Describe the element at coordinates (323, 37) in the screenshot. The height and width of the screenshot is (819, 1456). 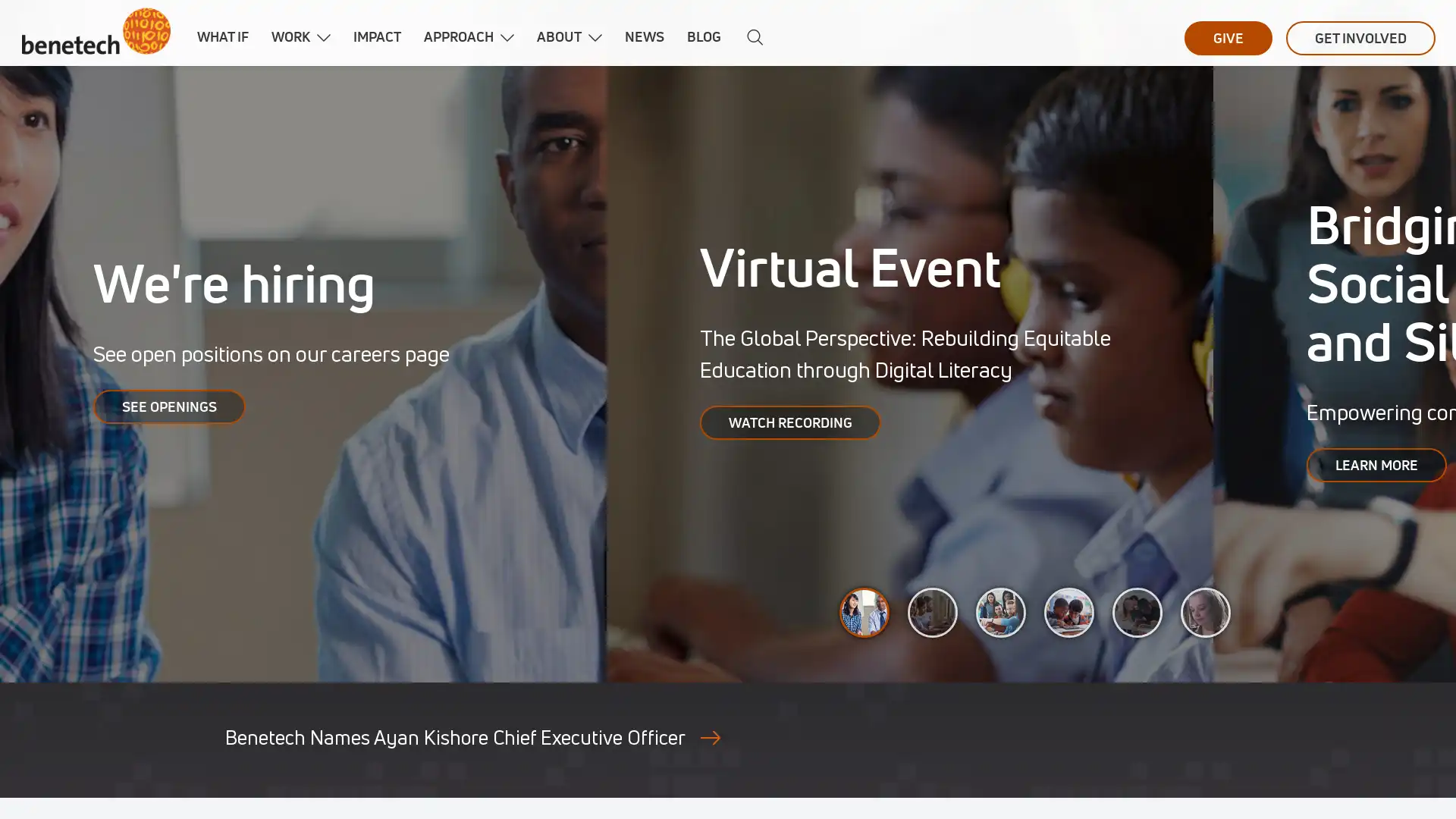
I see `Show dropdown menu for Work` at that location.